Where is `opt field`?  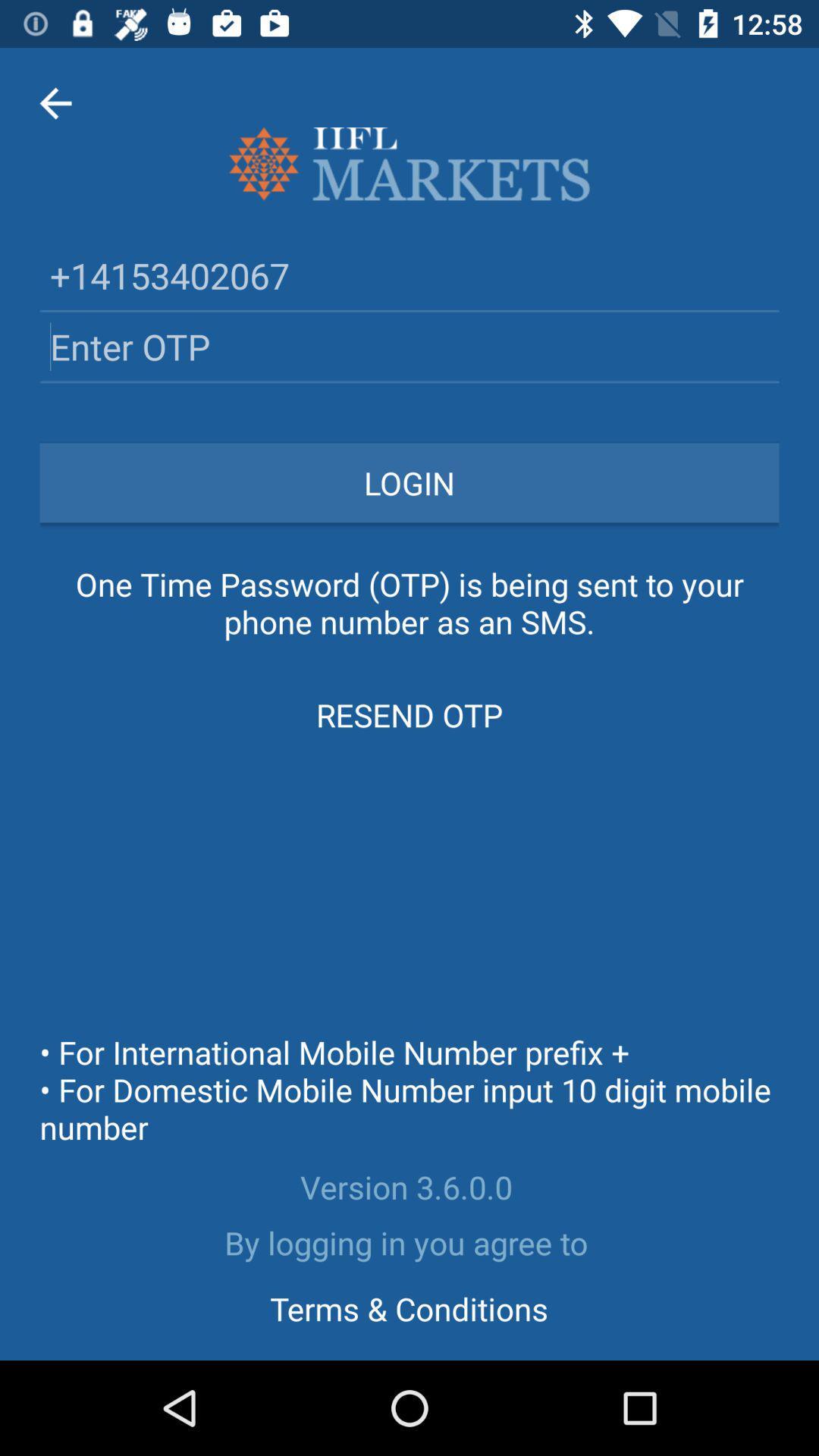
opt field is located at coordinates (409, 346).